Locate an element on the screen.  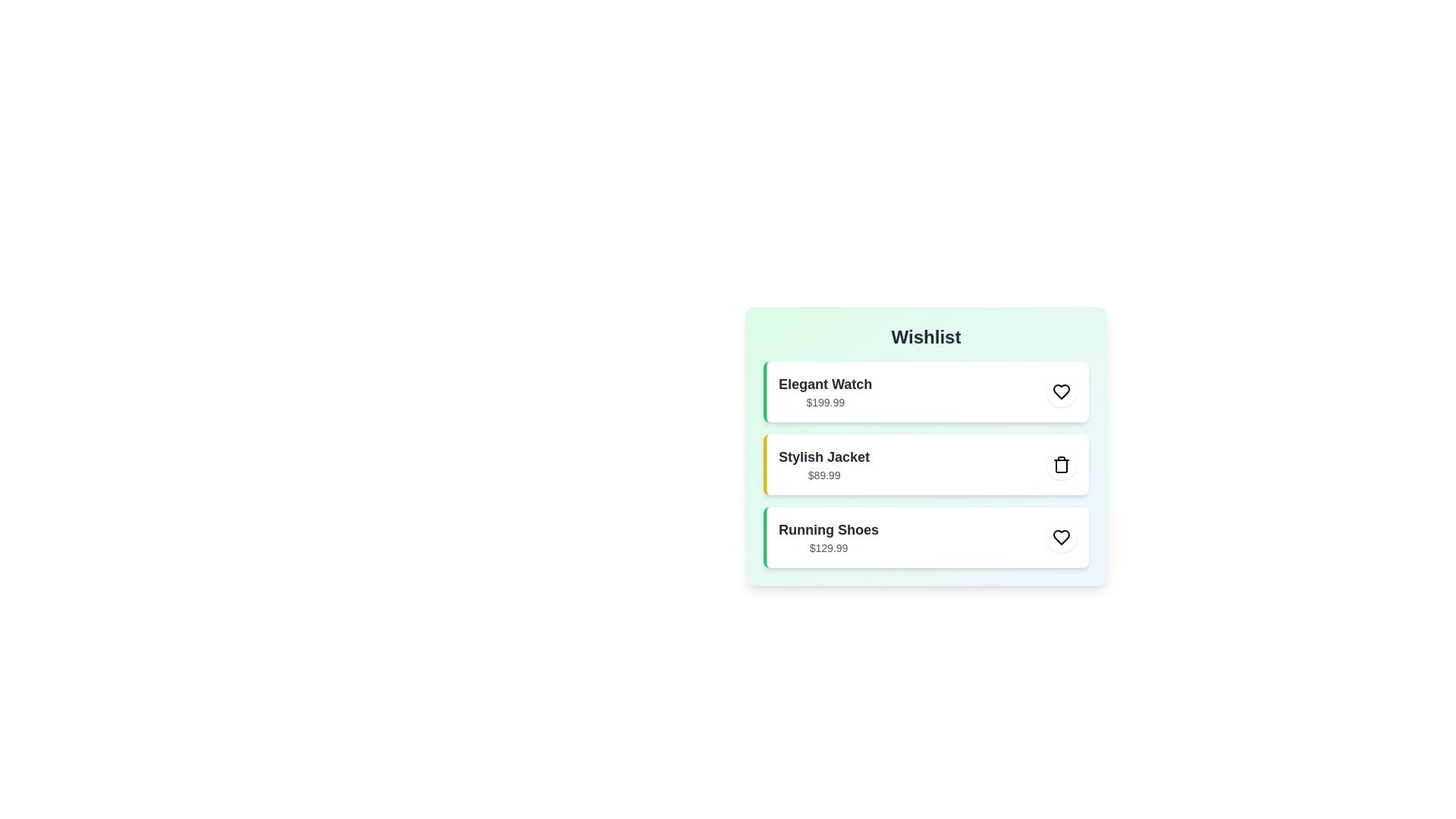
toggle button for the item Stylish Jacket to change its wishlist status is located at coordinates (1061, 464).